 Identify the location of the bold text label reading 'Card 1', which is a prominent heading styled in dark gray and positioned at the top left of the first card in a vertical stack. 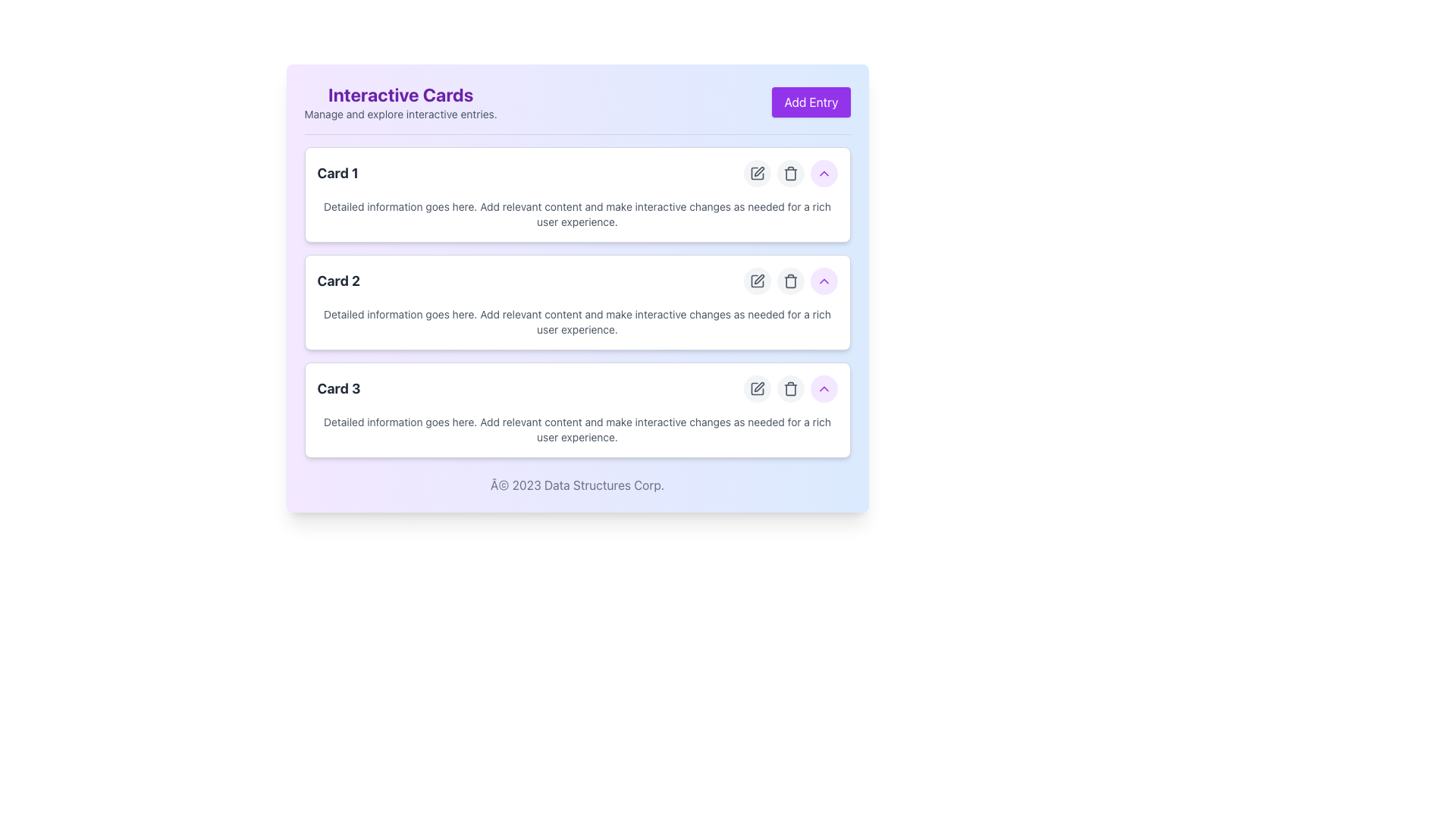
(337, 172).